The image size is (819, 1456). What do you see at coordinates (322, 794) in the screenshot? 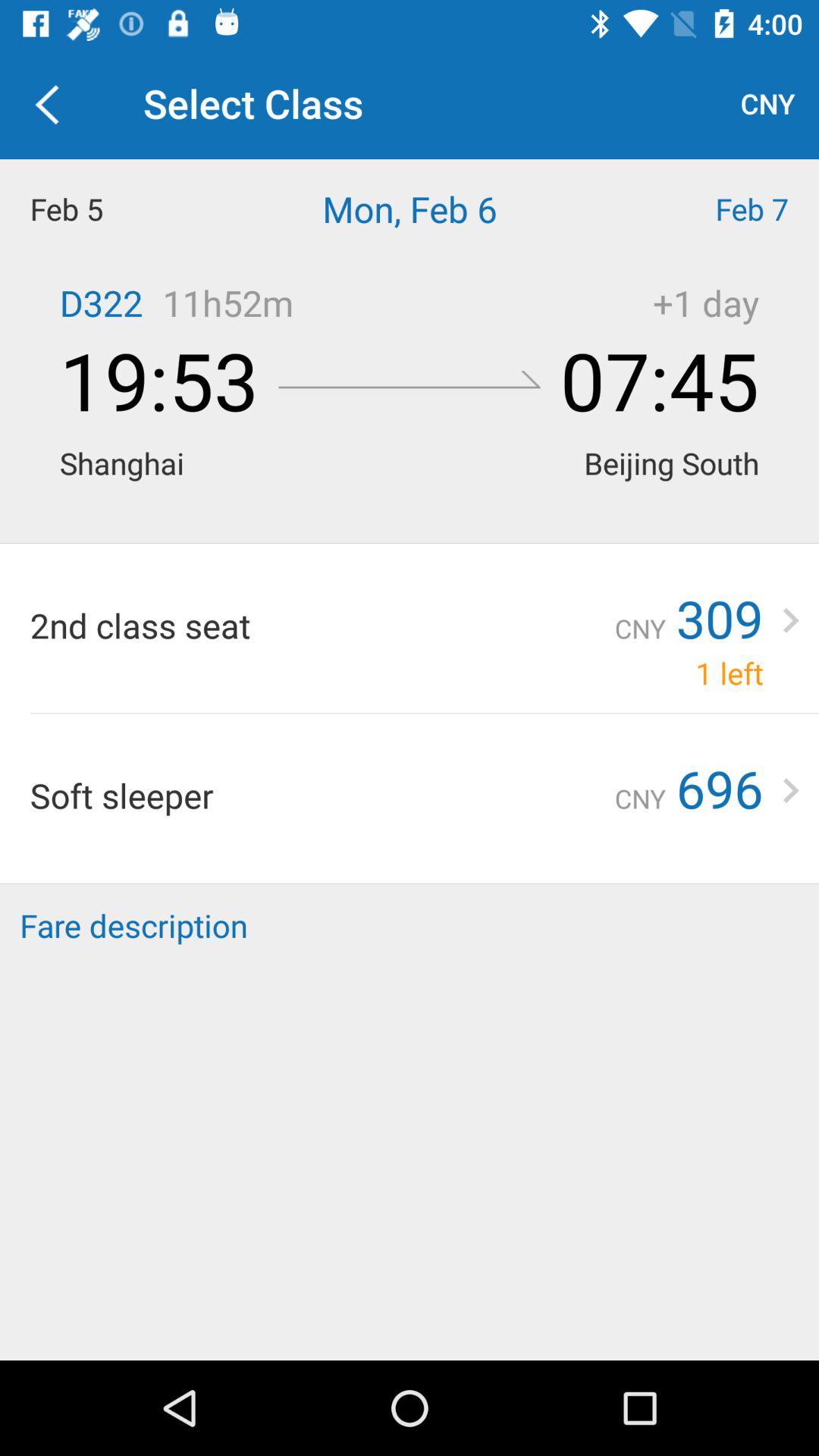
I see `soft sleeper item` at bounding box center [322, 794].